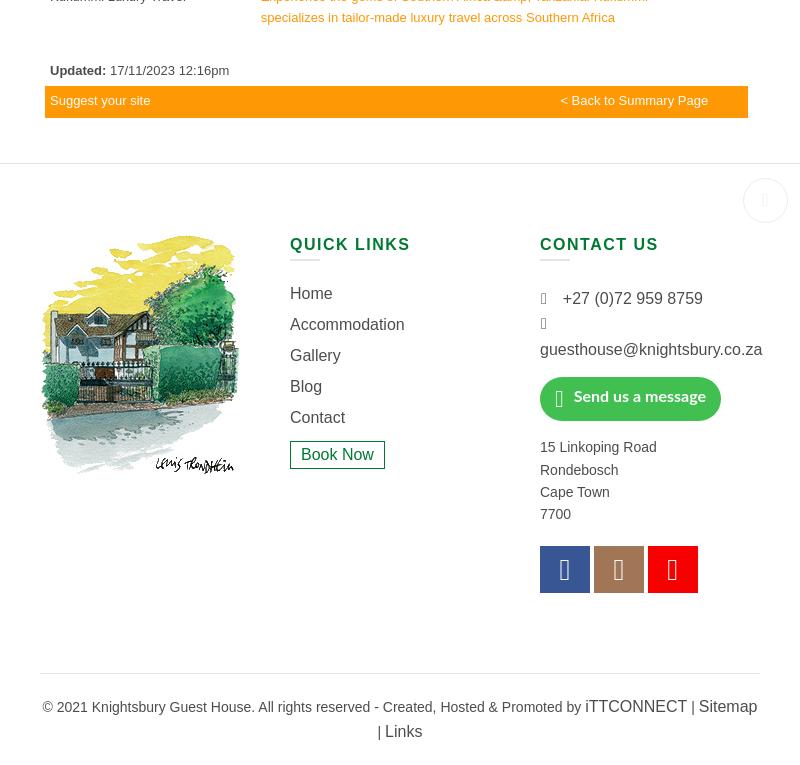 Image resolution: width=800 pixels, height=765 pixels. Describe the element at coordinates (555, 513) in the screenshot. I see `'7700'` at that location.